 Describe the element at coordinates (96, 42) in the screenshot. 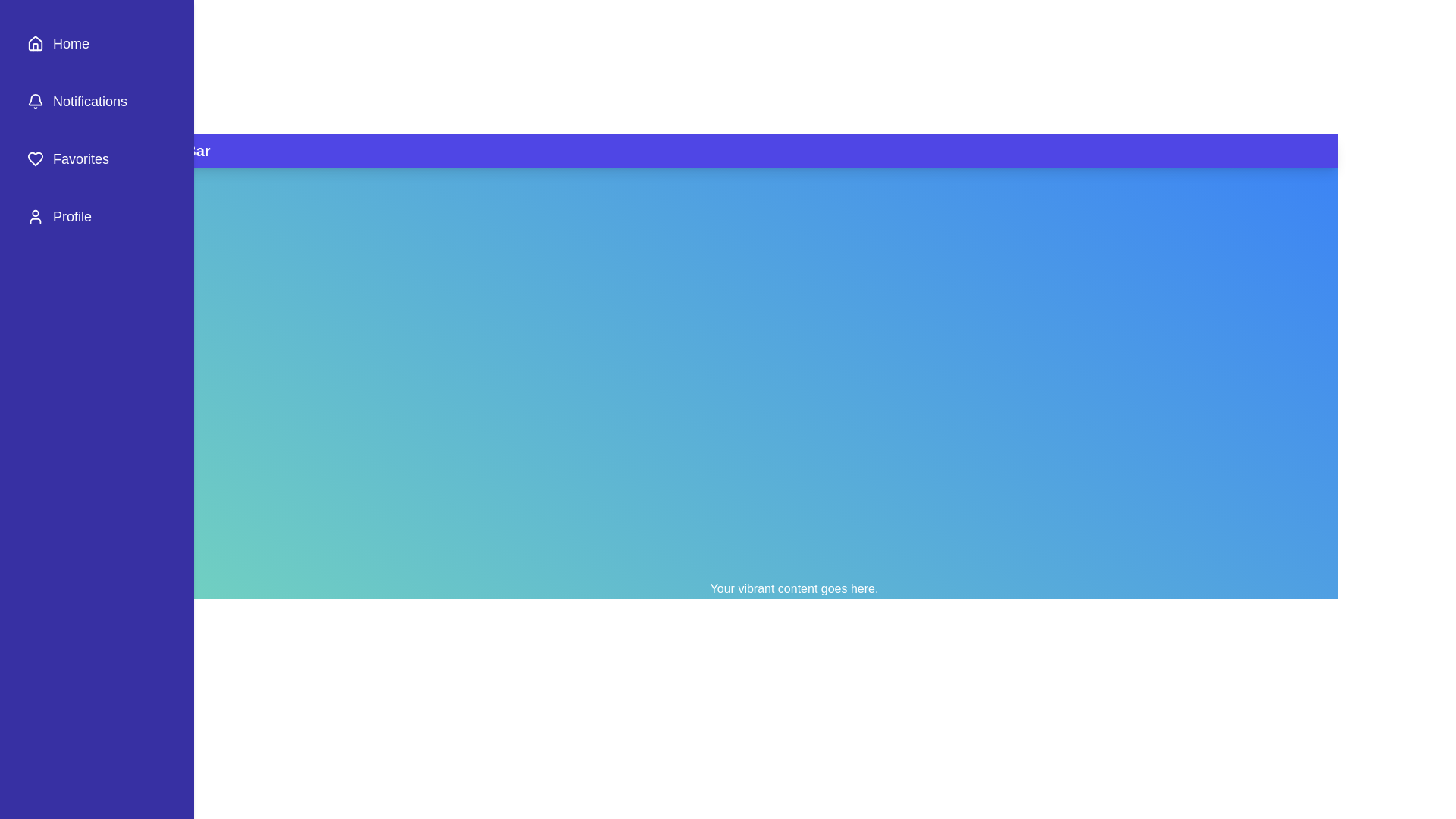

I see `the menu item Home in the sidebar` at that location.